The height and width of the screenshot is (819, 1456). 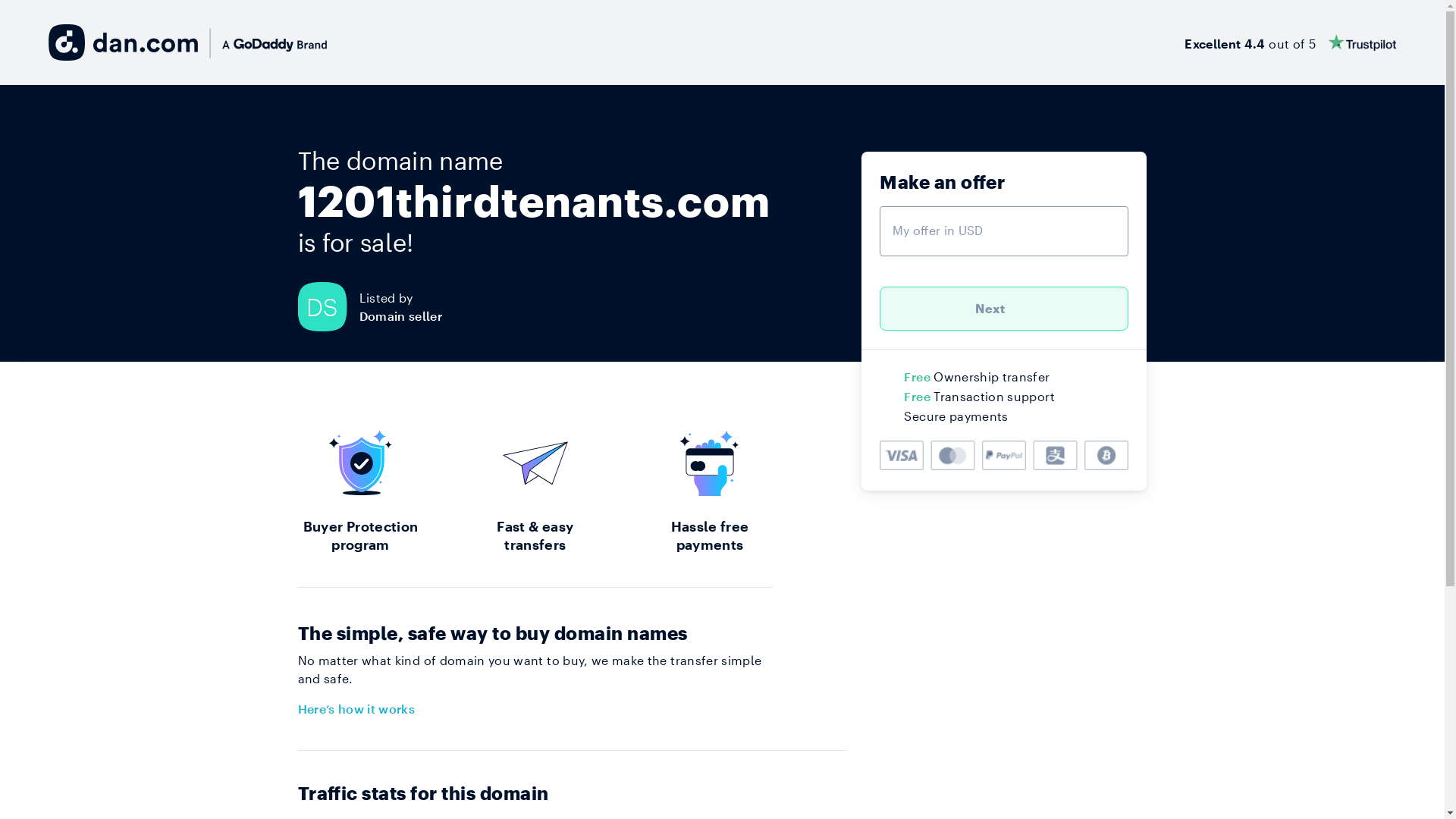 I want to click on 'DS', so click(x=327, y=306).